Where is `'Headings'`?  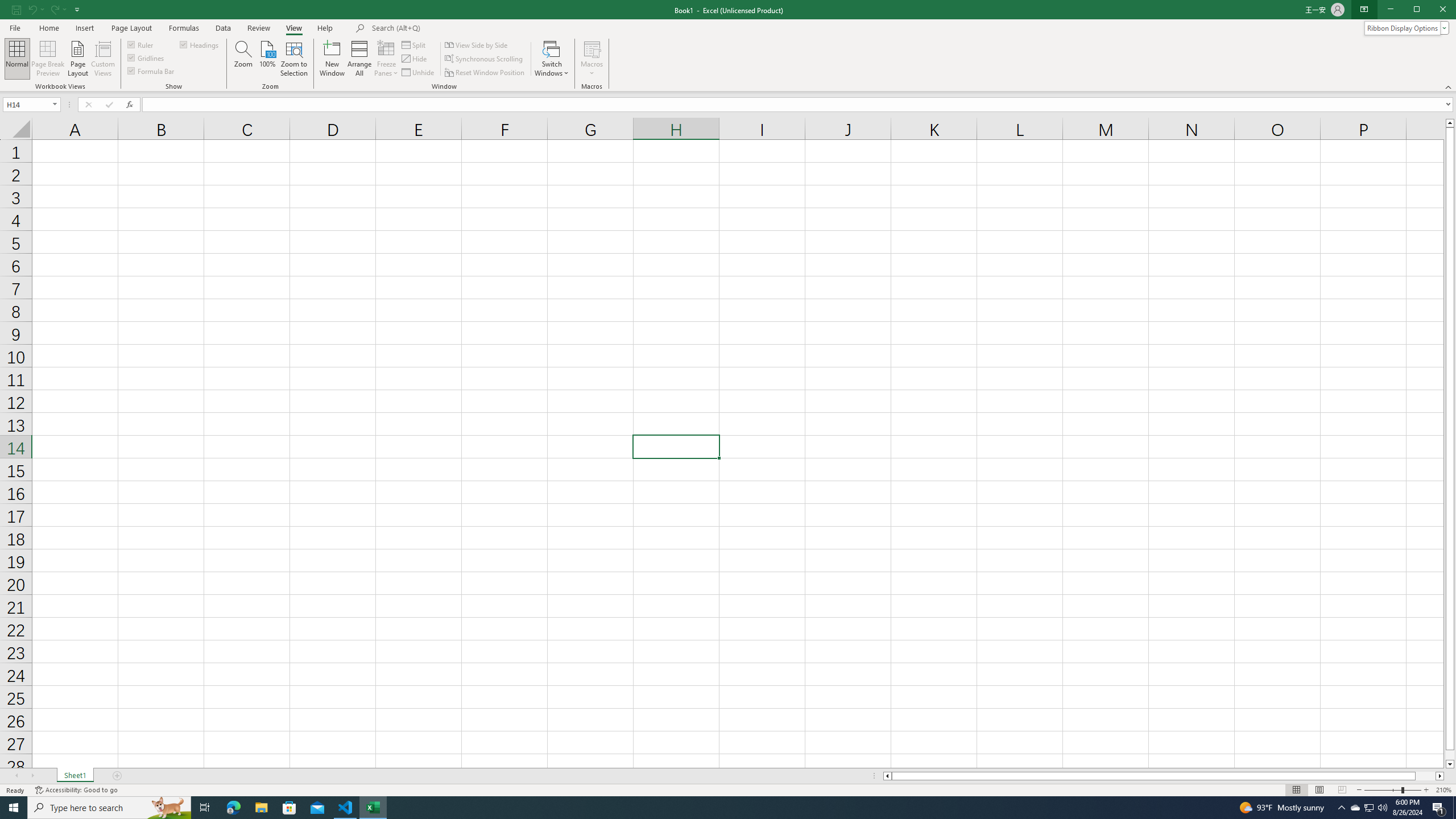 'Headings' is located at coordinates (200, 44).